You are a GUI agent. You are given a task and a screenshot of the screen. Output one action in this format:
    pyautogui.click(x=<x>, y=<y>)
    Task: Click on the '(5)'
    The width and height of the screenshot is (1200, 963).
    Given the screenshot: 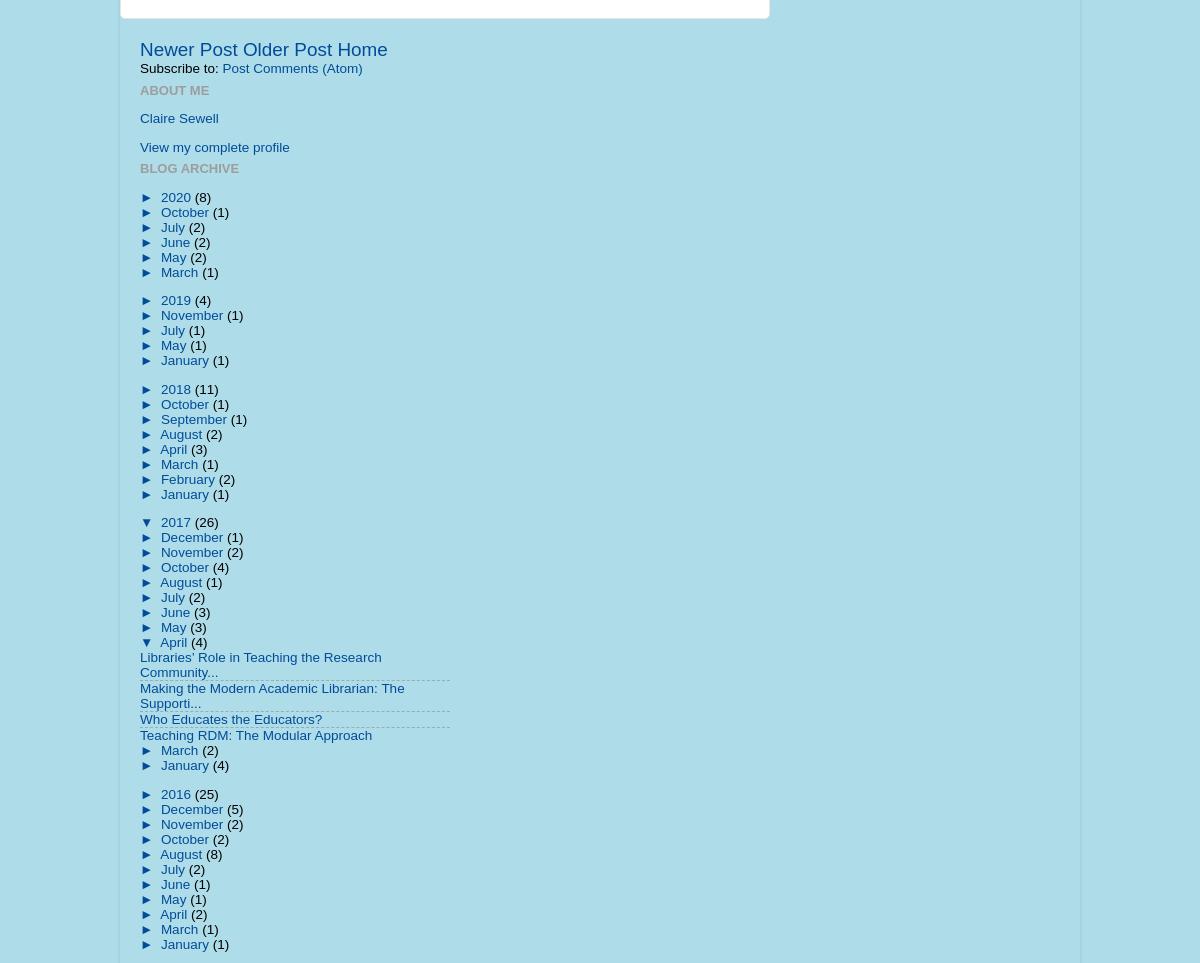 What is the action you would take?
    pyautogui.click(x=233, y=807)
    